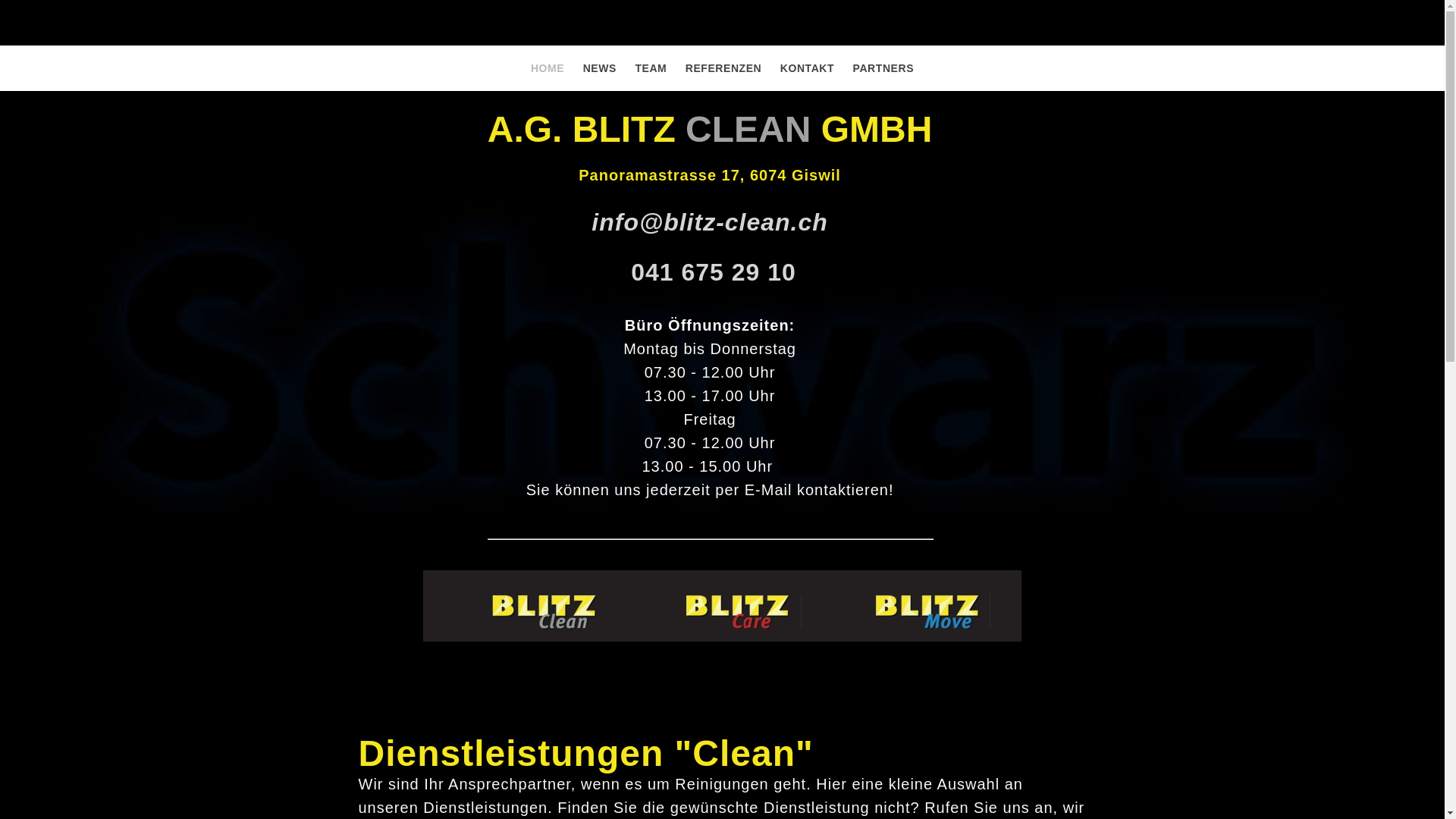  I want to click on 'HOME', so click(546, 67).